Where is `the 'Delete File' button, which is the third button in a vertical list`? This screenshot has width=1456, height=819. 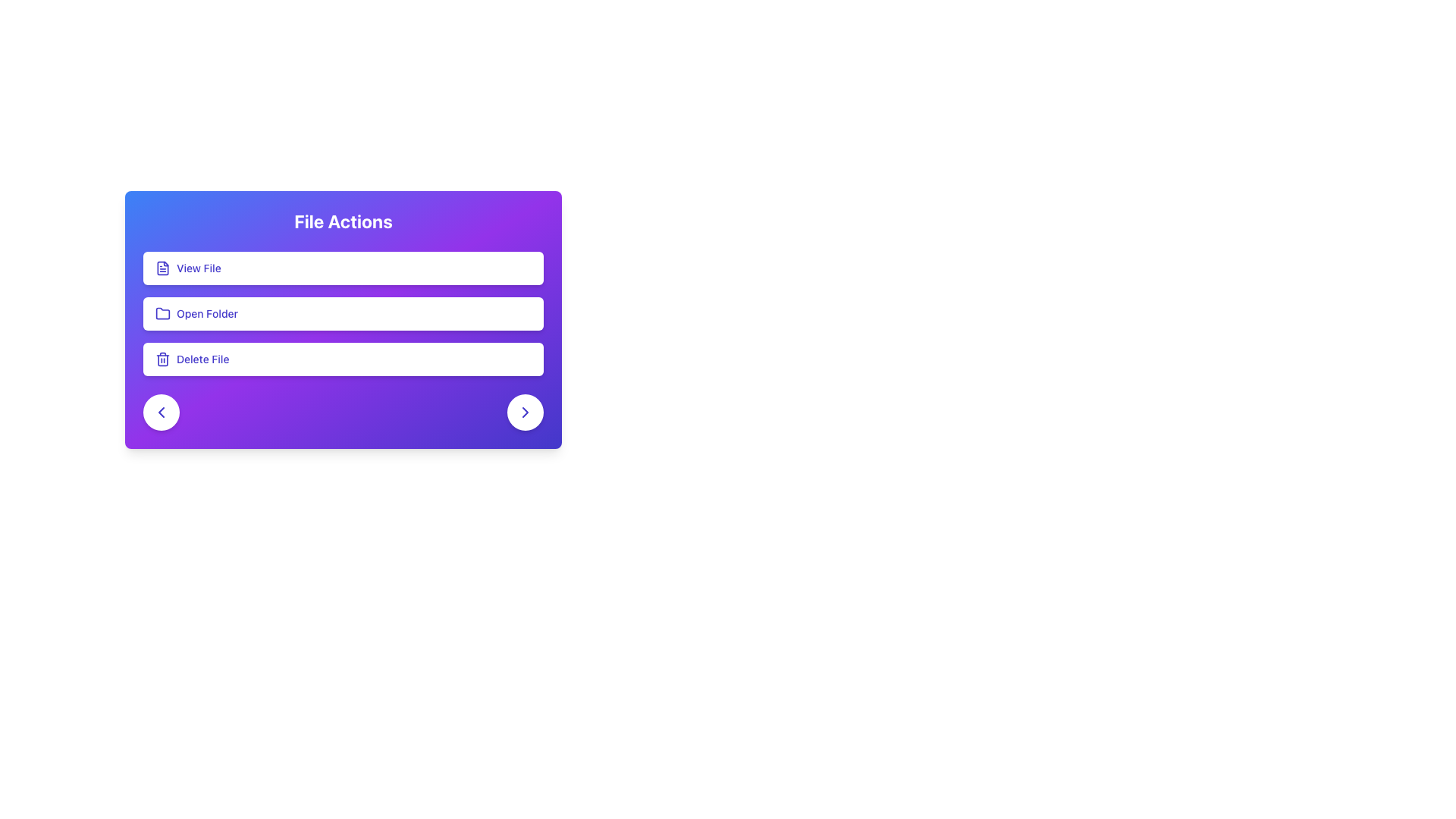 the 'Delete File' button, which is the third button in a vertical list is located at coordinates (342, 359).